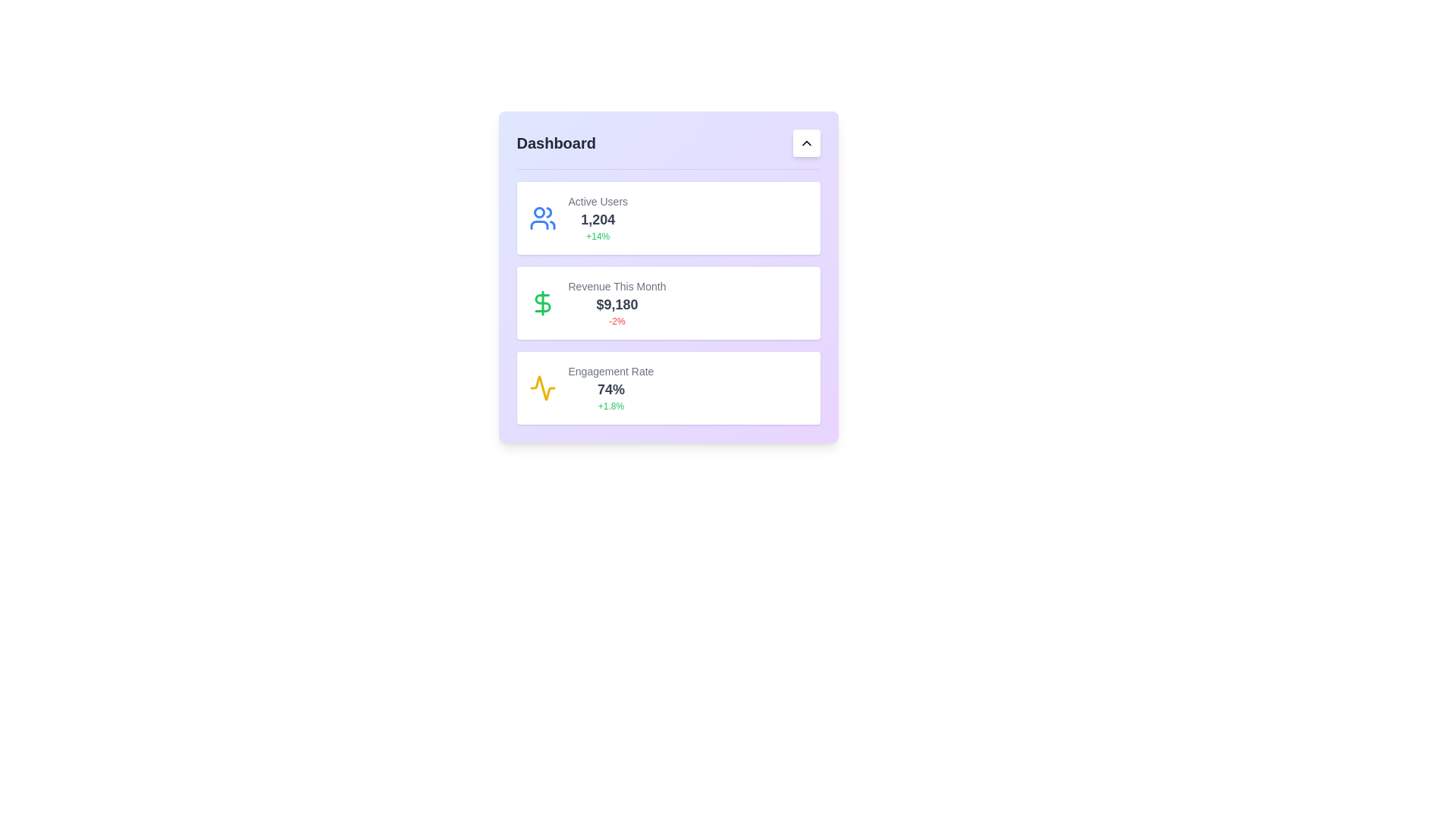  Describe the element at coordinates (617, 304) in the screenshot. I see `monetary value displayed as '$9,180' from the central text label within the 'Revenue This Month' card` at that location.